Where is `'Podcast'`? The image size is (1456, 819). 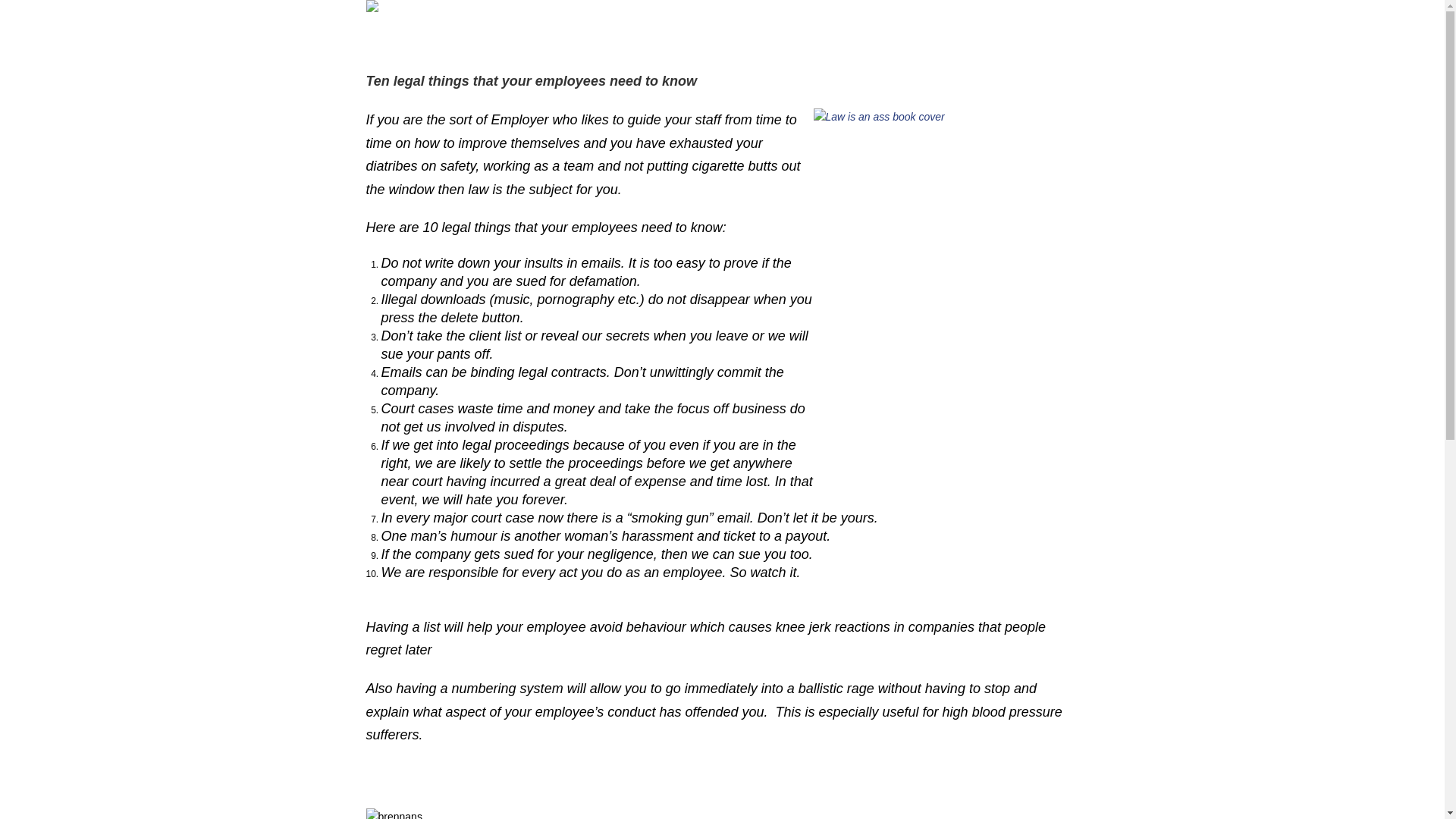 'Podcast' is located at coordinates (496, 32).